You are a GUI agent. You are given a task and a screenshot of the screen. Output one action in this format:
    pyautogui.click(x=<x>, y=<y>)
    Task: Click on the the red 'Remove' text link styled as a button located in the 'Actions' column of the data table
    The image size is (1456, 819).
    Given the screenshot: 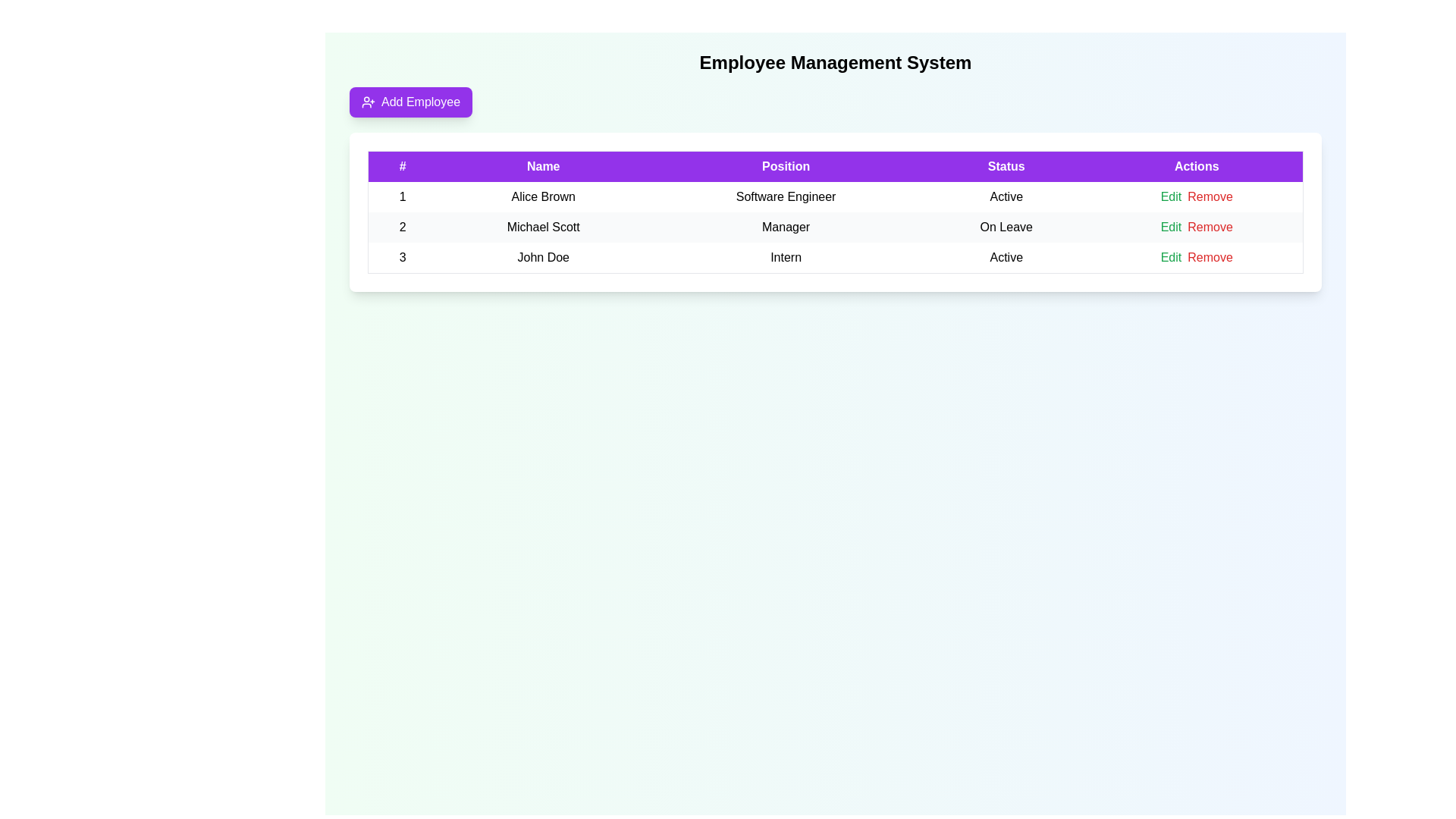 What is the action you would take?
    pyautogui.click(x=1210, y=227)
    